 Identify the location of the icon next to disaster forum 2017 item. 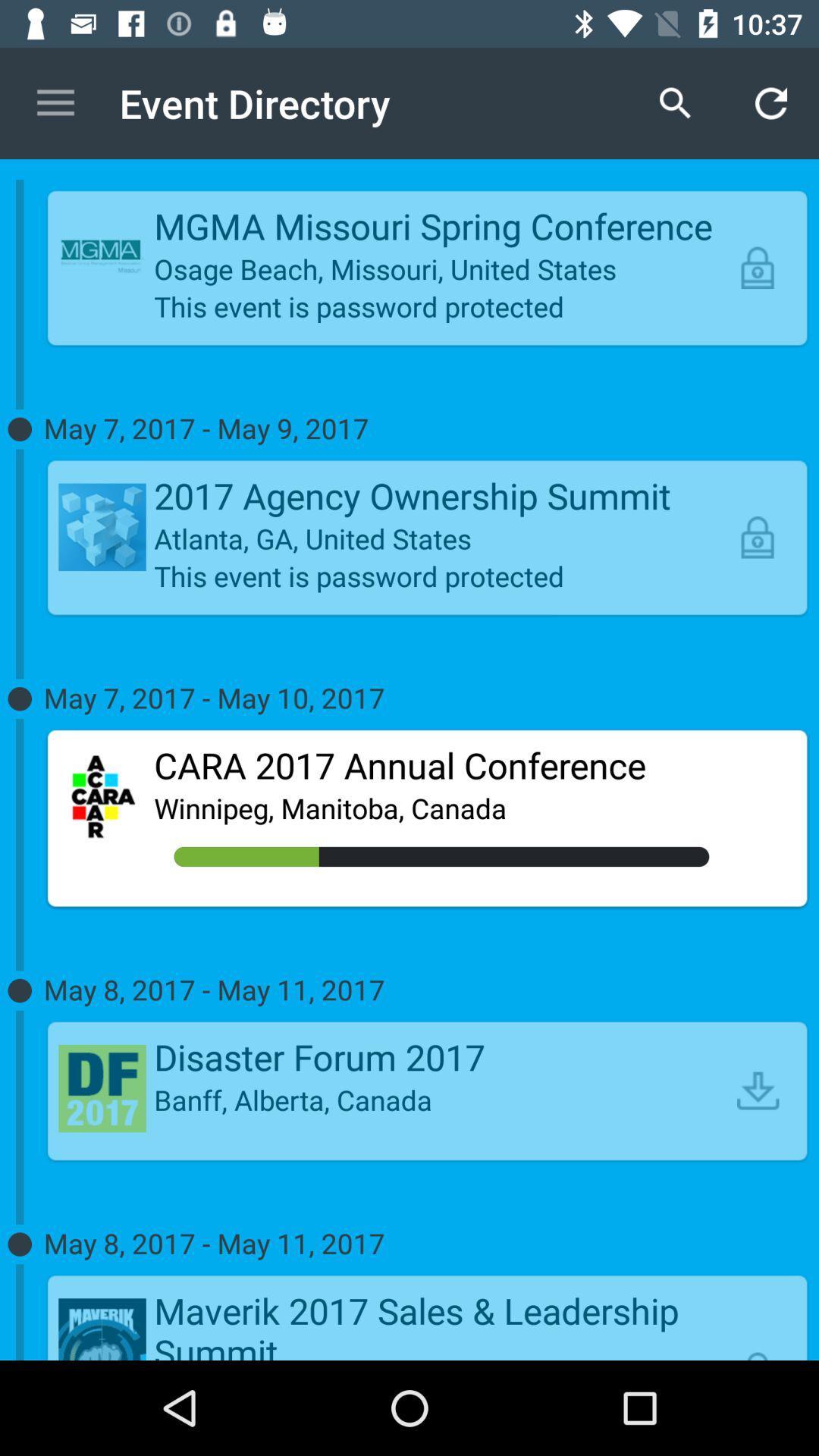
(758, 1090).